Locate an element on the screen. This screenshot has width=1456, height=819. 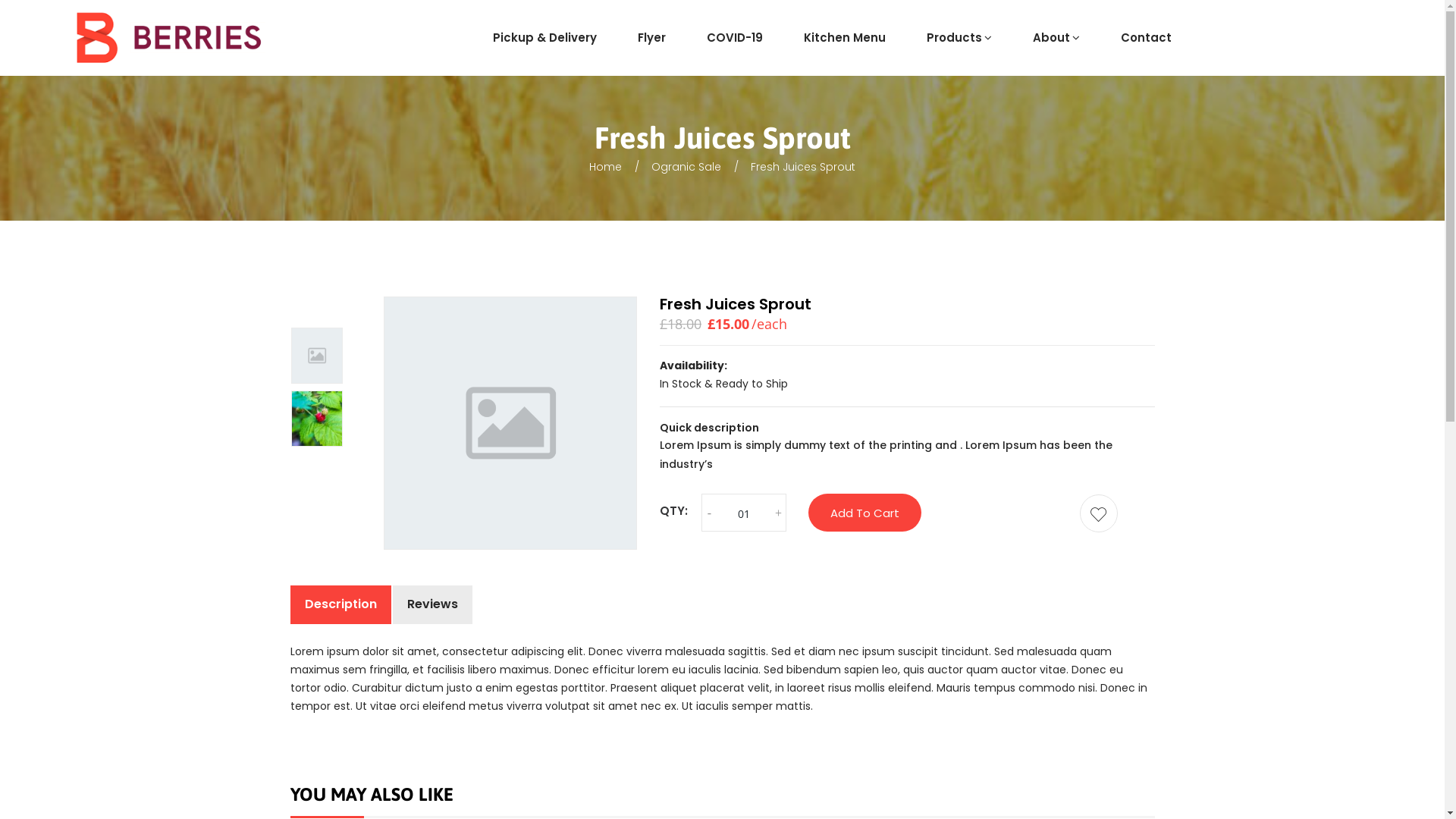
'Contact' is located at coordinates (1102, 37).